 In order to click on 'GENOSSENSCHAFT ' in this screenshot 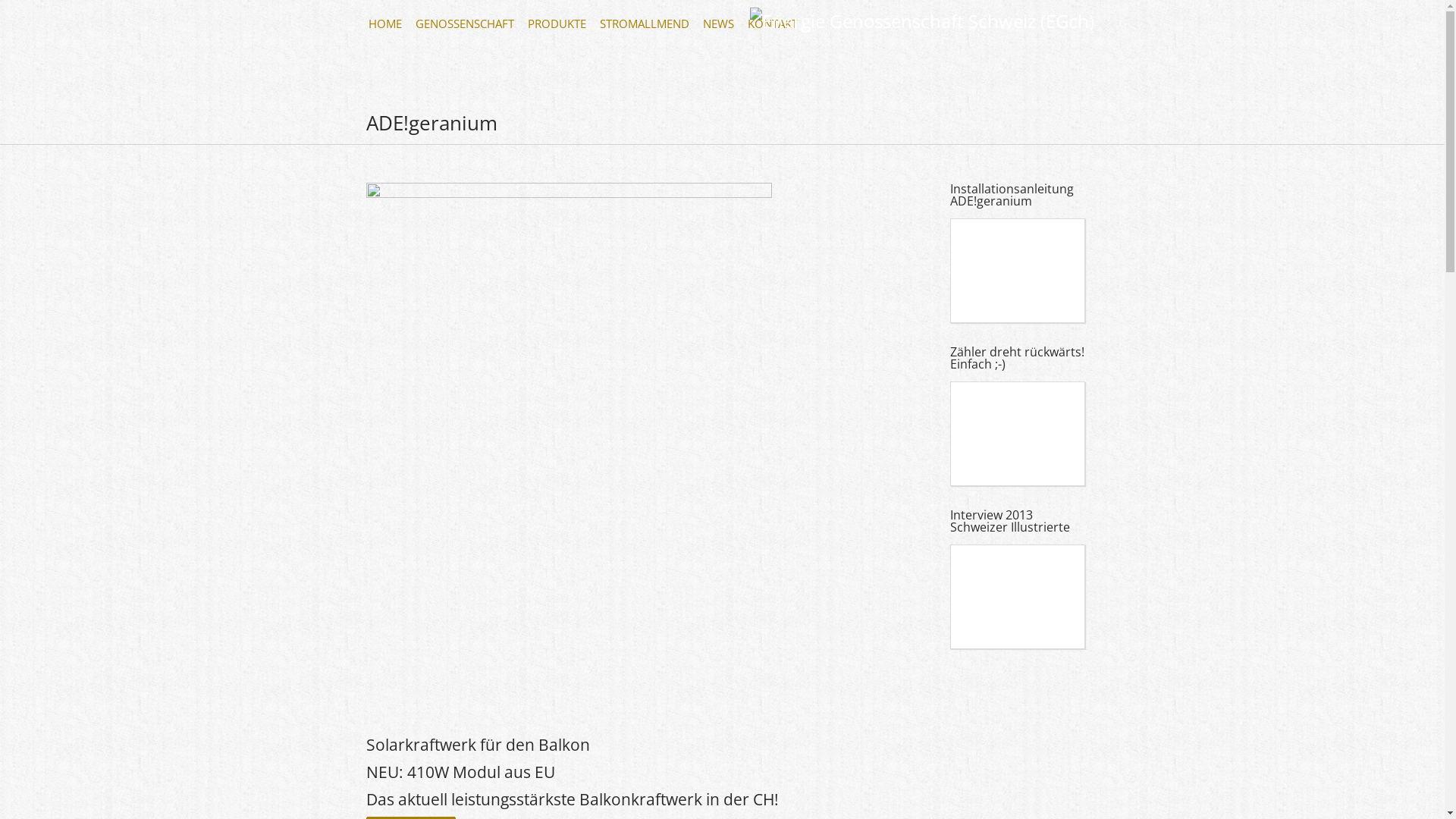, I will do `click(464, 19)`.